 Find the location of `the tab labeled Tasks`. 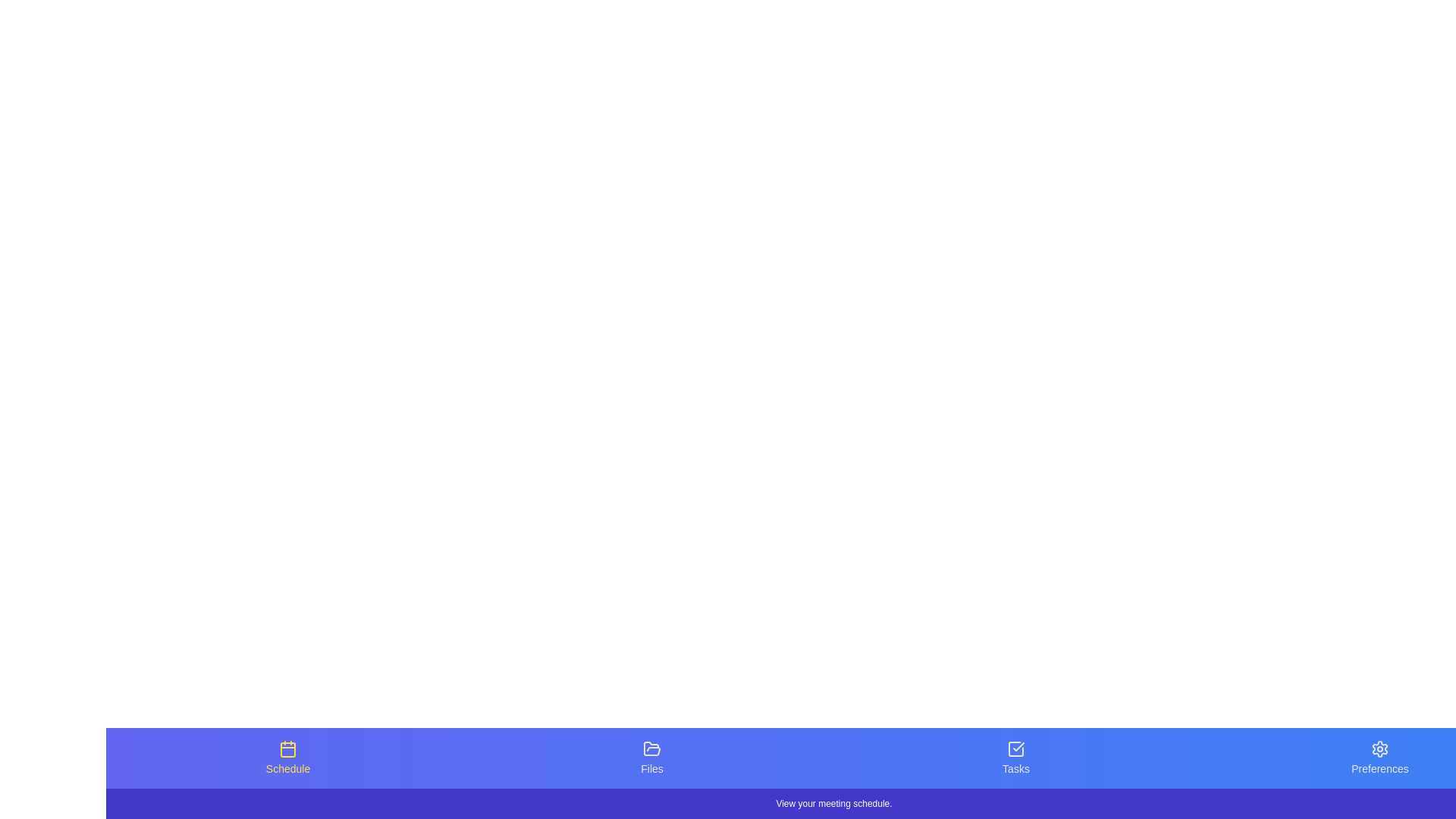

the tab labeled Tasks is located at coordinates (1015, 758).